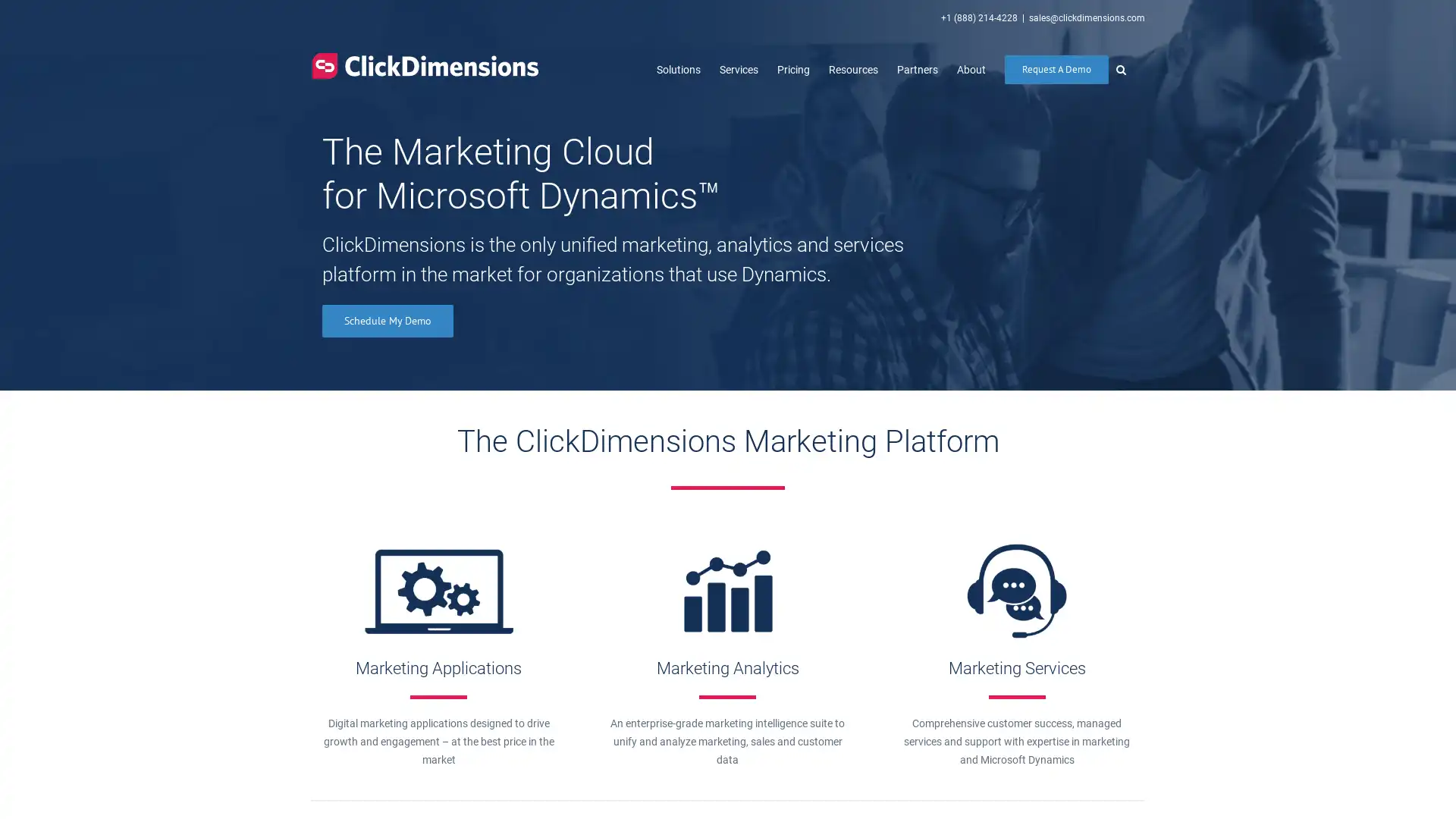  Describe the element at coordinates (1121, 69) in the screenshot. I see `Search` at that location.